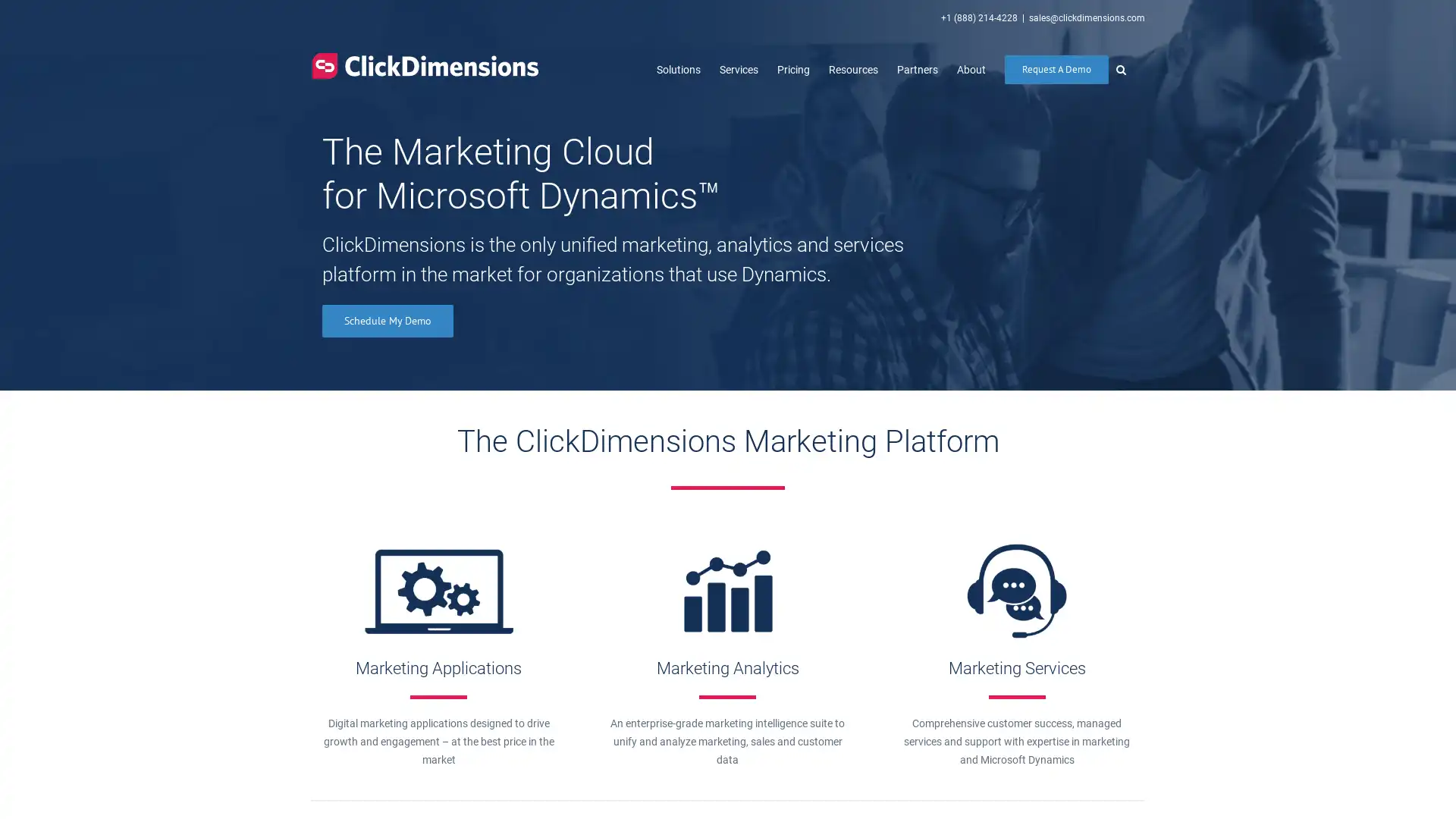  Describe the element at coordinates (1121, 69) in the screenshot. I see `Search` at that location.